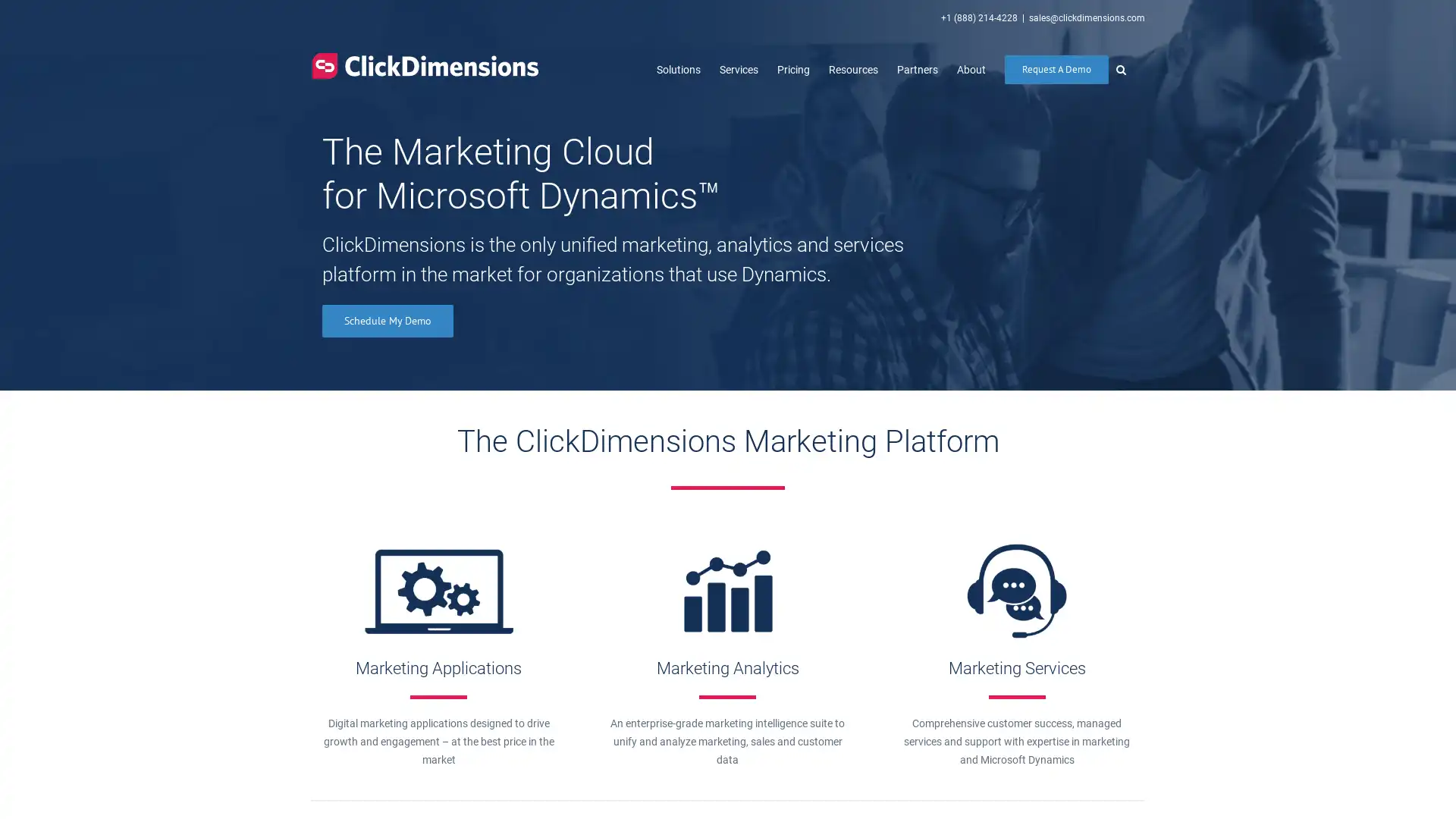  Describe the element at coordinates (1121, 69) in the screenshot. I see `Search` at that location.